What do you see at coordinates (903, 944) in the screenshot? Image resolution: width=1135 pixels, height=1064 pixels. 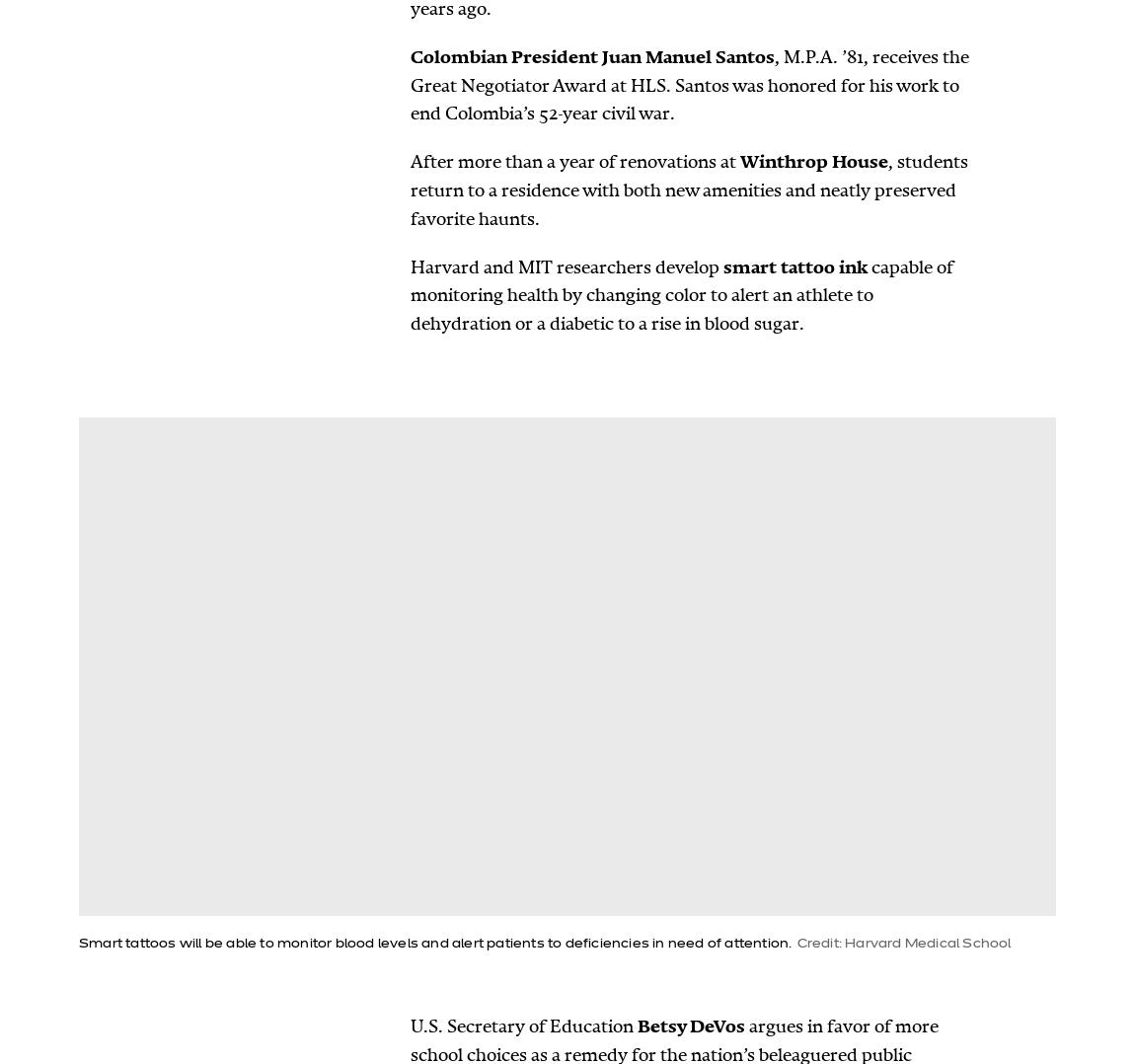 I see `'Credit: Harvard Medical School'` at bounding box center [903, 944].